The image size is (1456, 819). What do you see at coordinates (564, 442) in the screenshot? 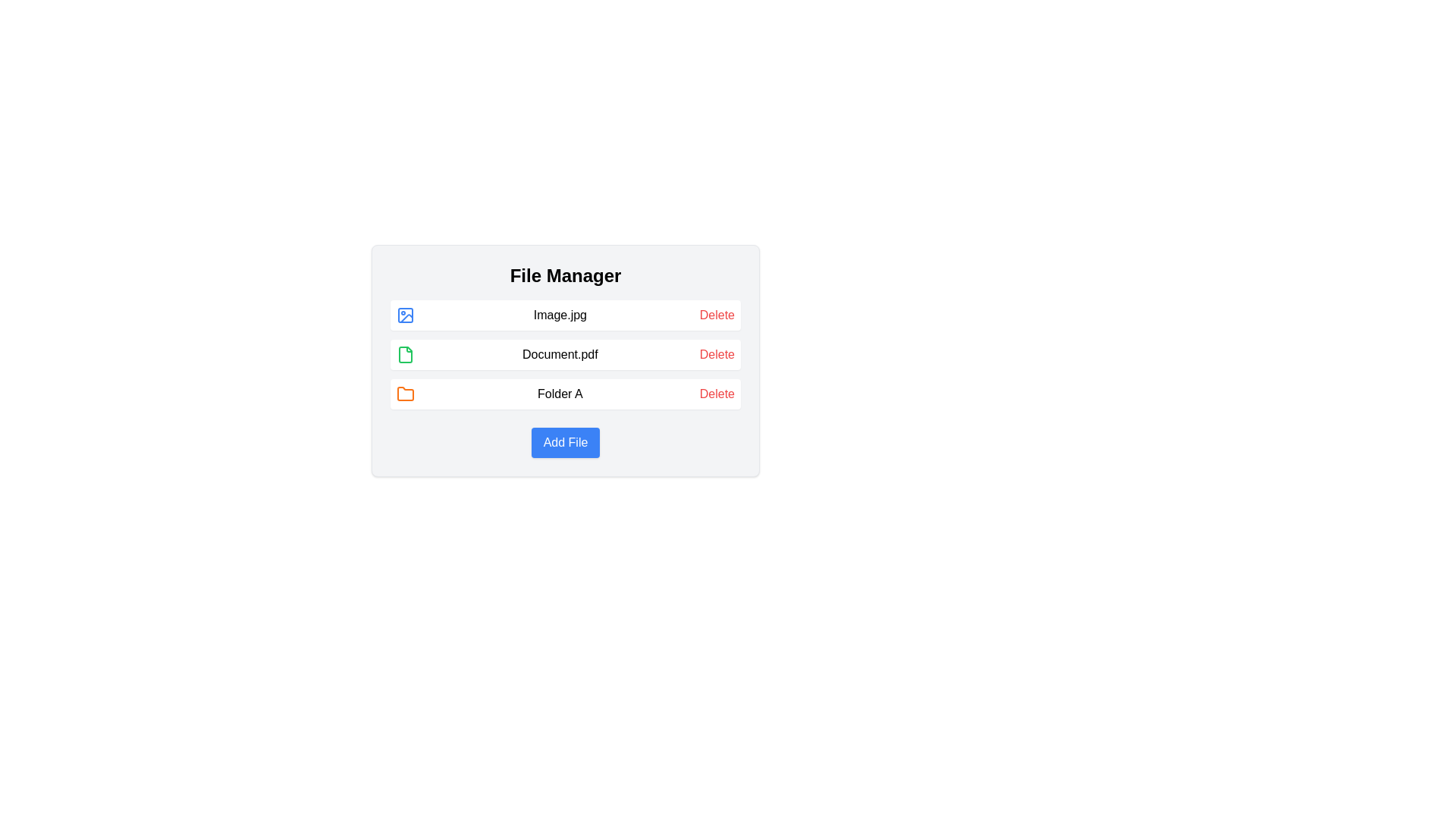
I see `the 'Add File' button, which is a rectangular button with a blue background and white text, located at the bottom of the 'File Manager' modal` at bounding box center [564, 442].